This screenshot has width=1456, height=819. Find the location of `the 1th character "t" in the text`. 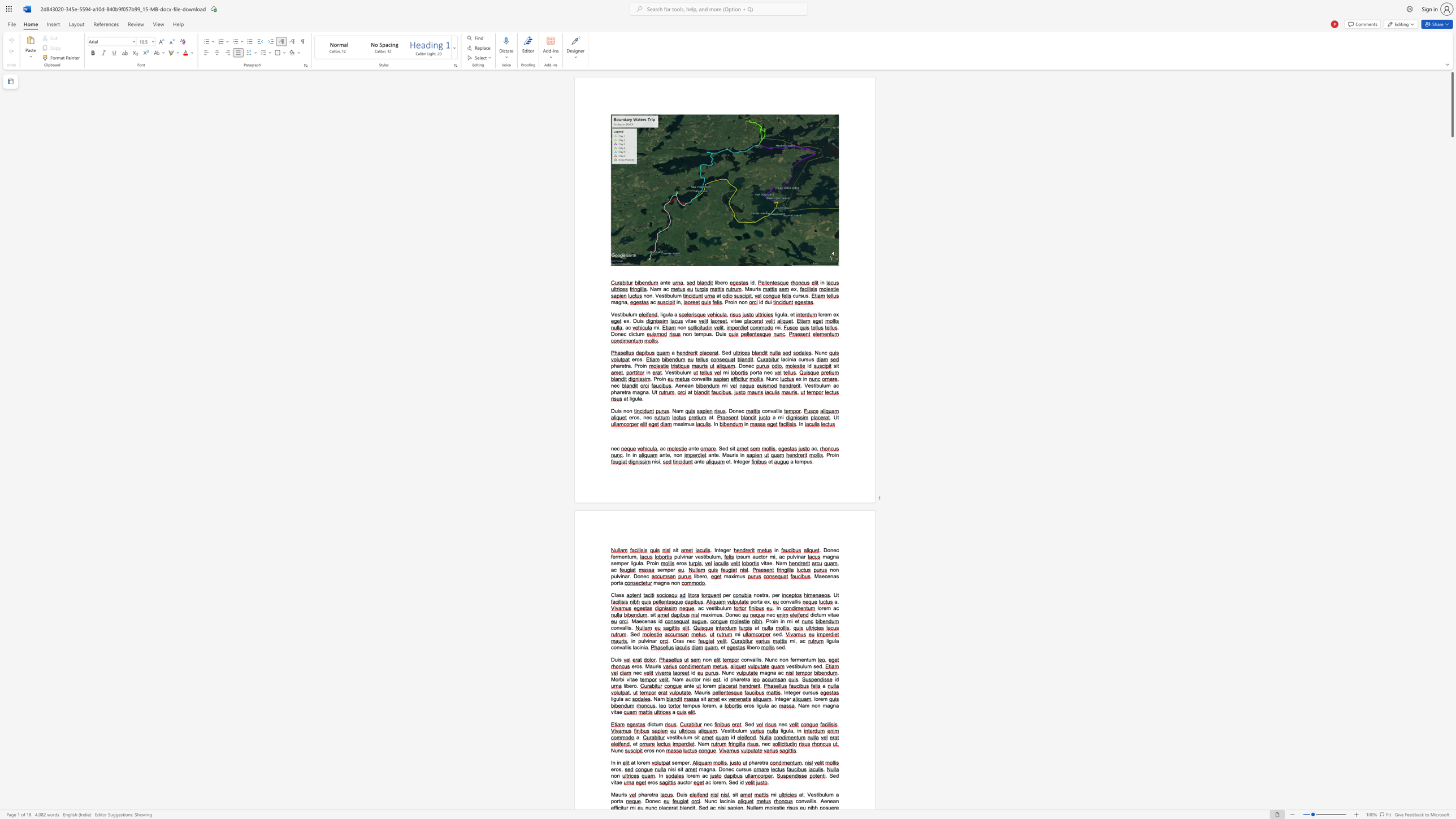

the 1th character "t" in the text is located at coordinates (652, 794).